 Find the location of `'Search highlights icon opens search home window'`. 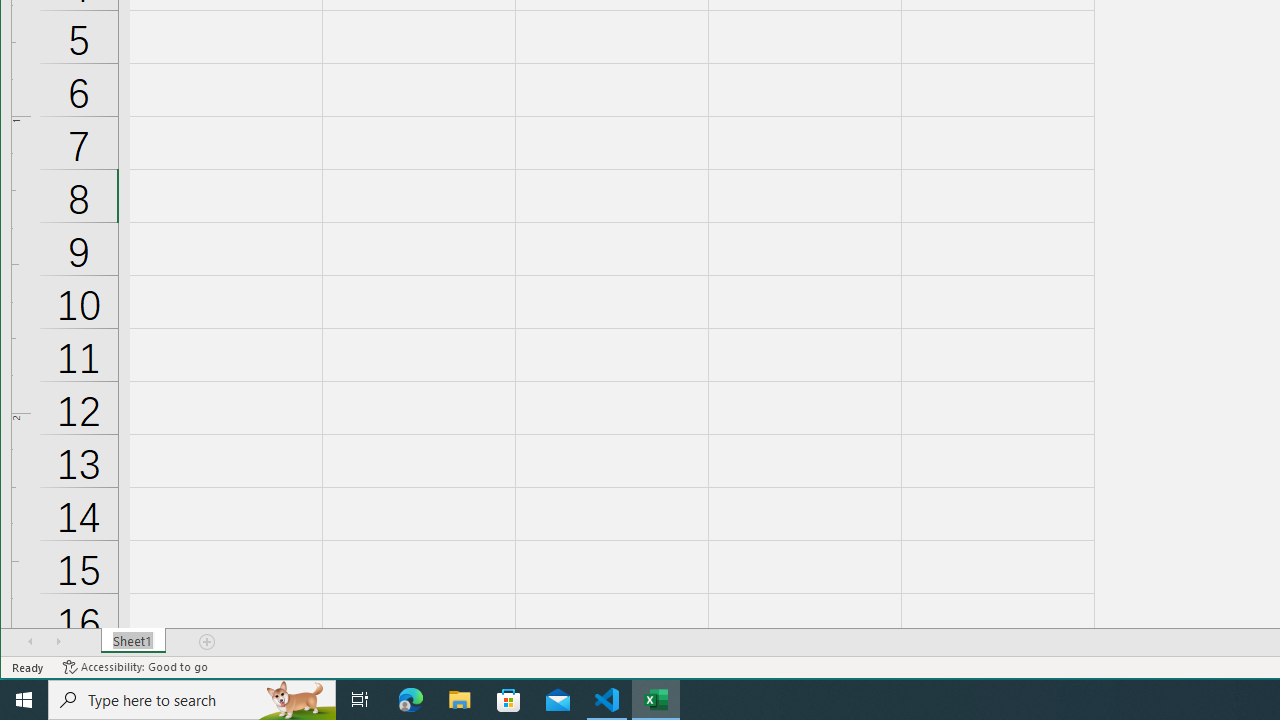

'Search highlights icon opens search home window' is located at coordinates (294, 698).